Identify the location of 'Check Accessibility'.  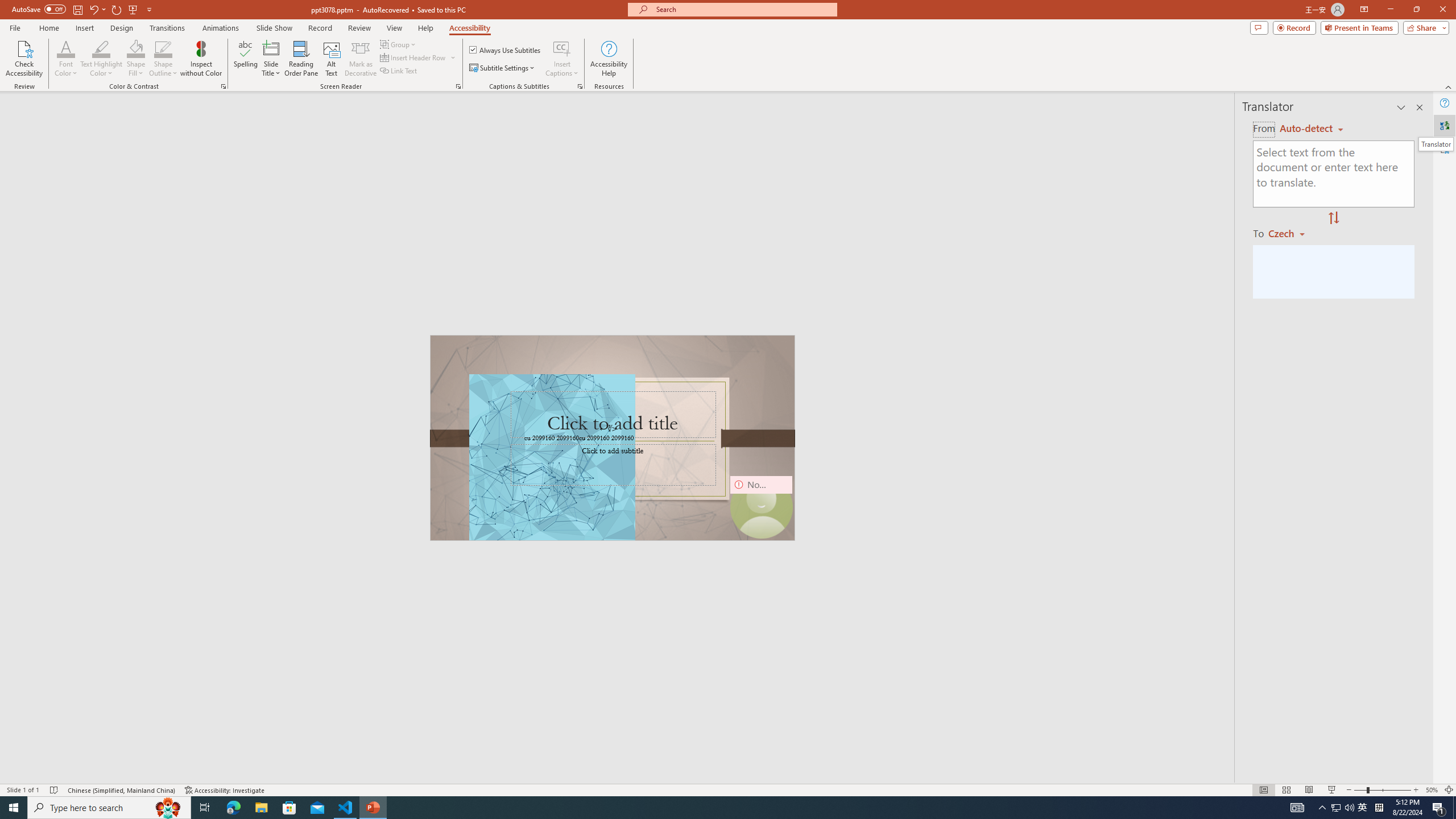
(23, 59).